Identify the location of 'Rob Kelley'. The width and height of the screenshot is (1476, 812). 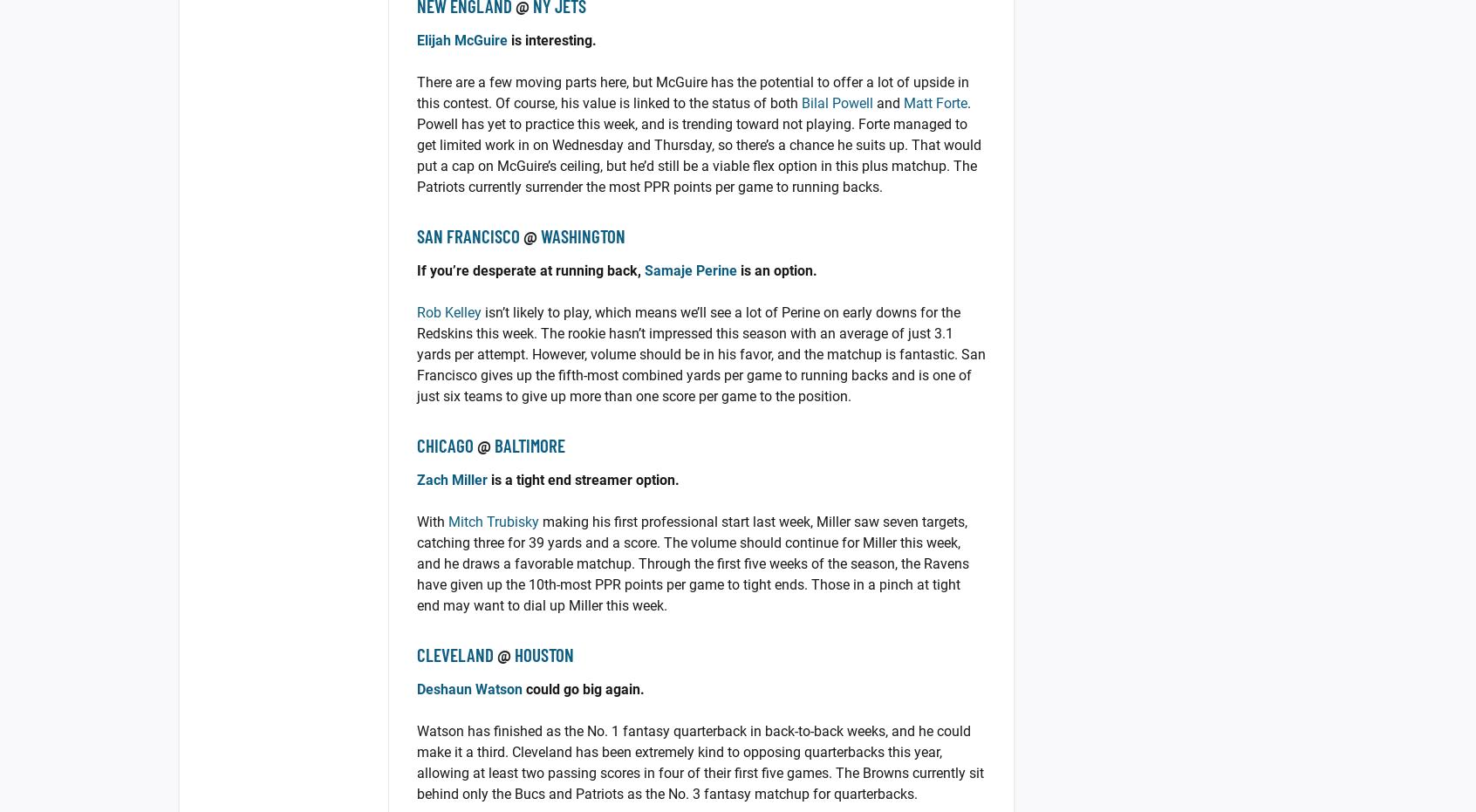
(449, 312).